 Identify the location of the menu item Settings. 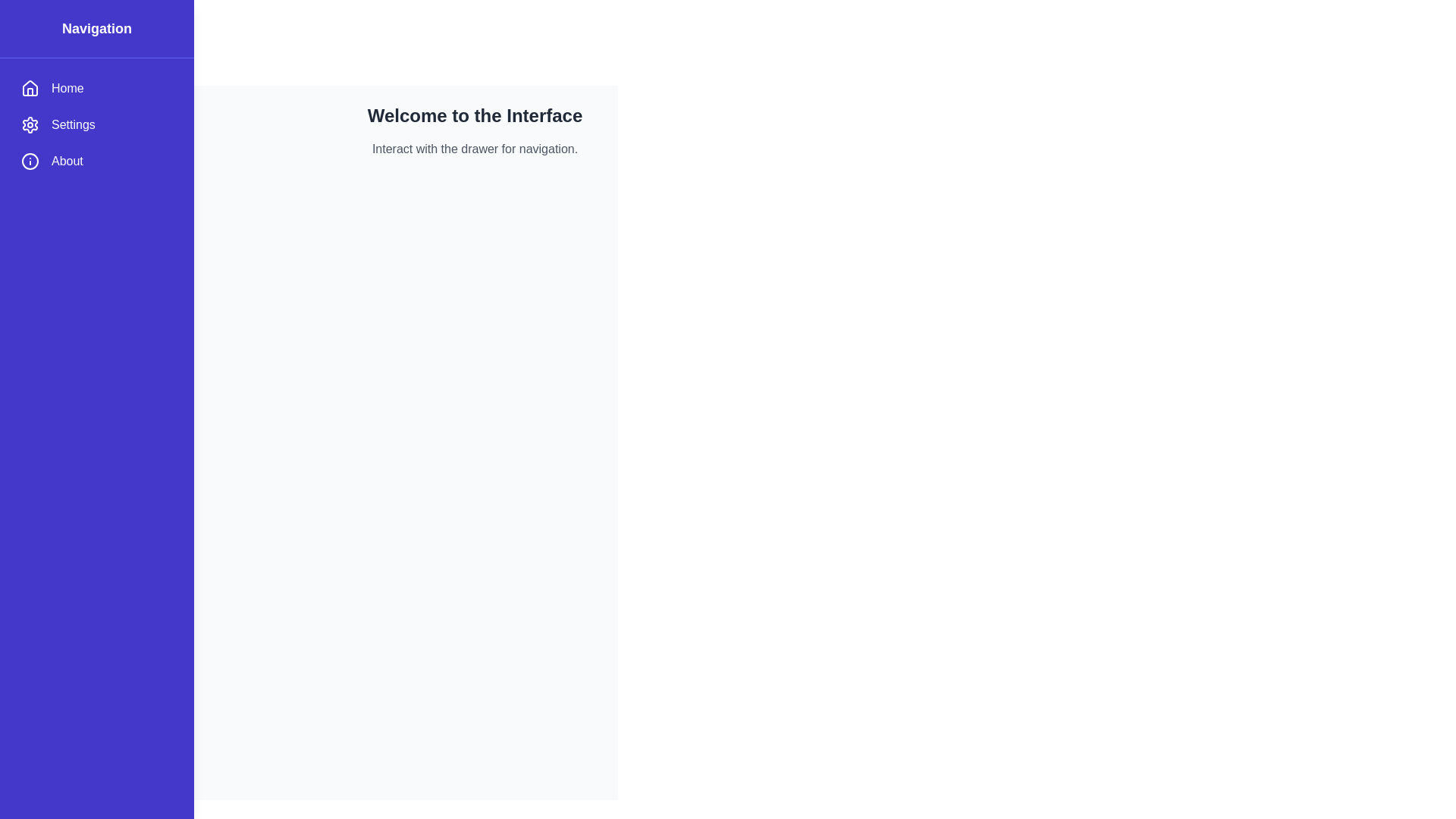
(96, 124).